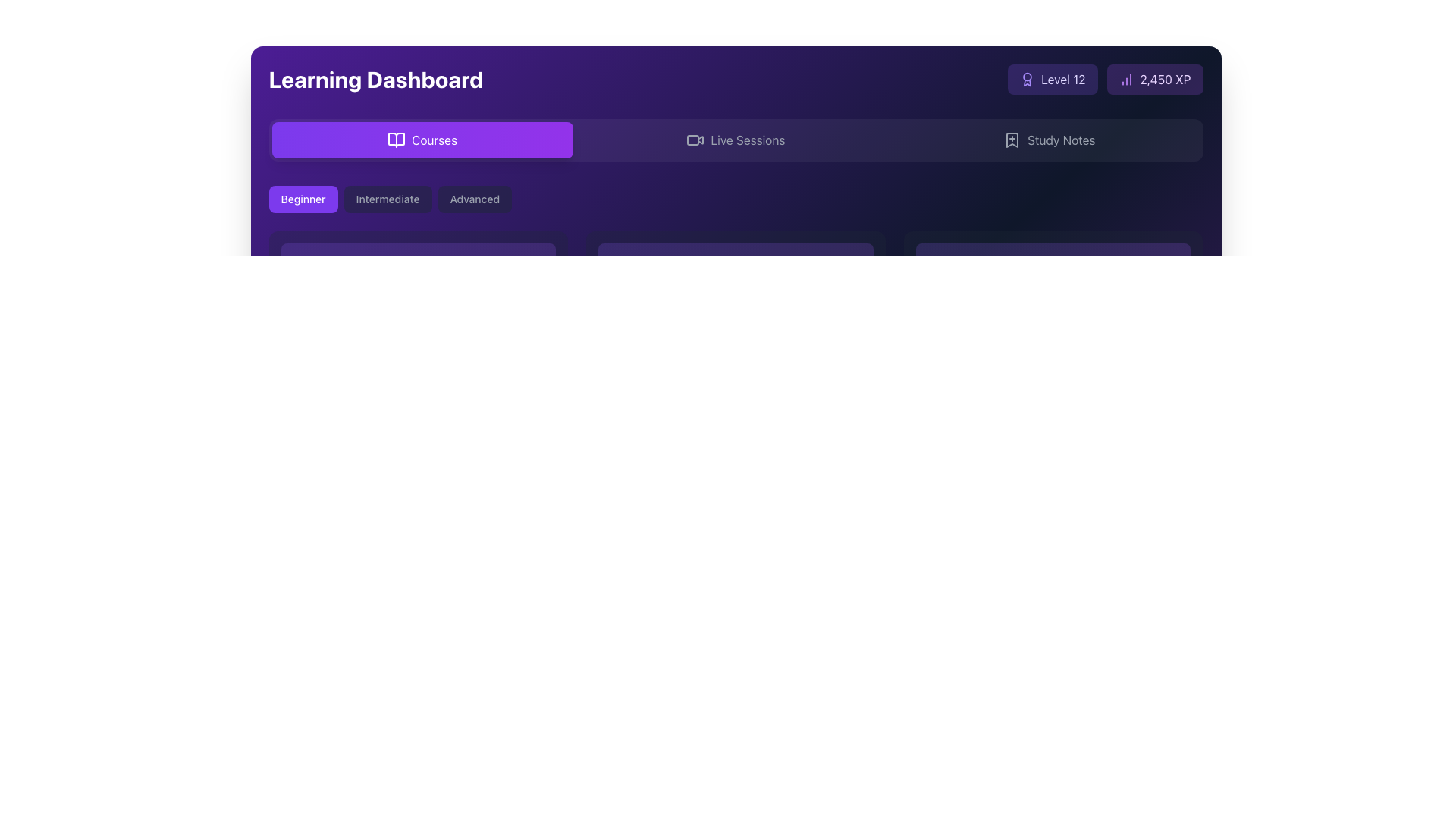  I want to click on the small rounded rectangle filled with dark purple color inside the SVG video camera icon, located adjacent to the 'Live Sessions' text in the top navigation bar, so click(692, 140).